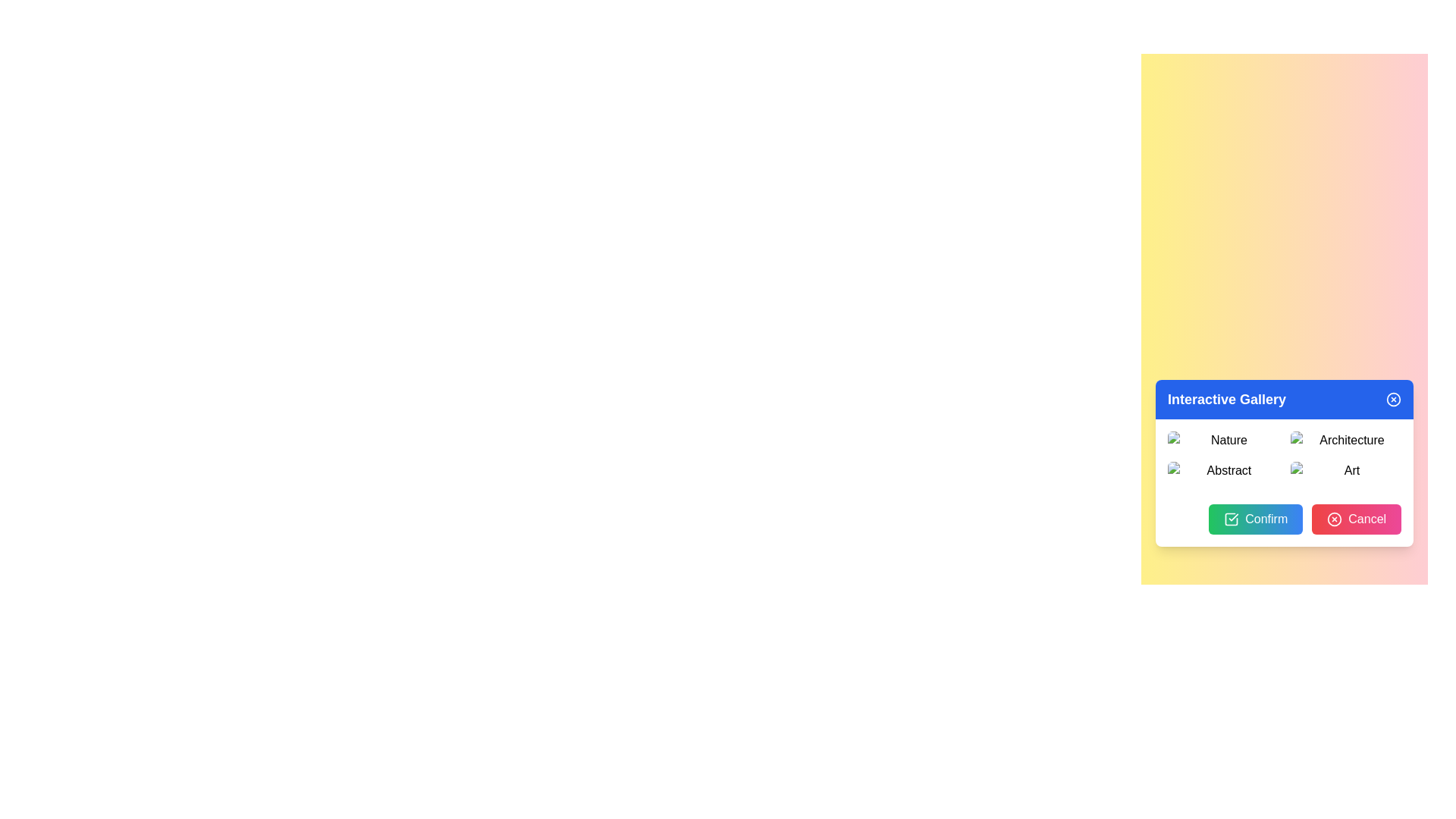 The width and height of the screenshot is (1456, 819). What do you see at coordinates (1346, 441) in the screenshot?
I see `the Gallery item labeled 'Architecture', which is the second item in the grid layout` at bounding box center [1346, 441].